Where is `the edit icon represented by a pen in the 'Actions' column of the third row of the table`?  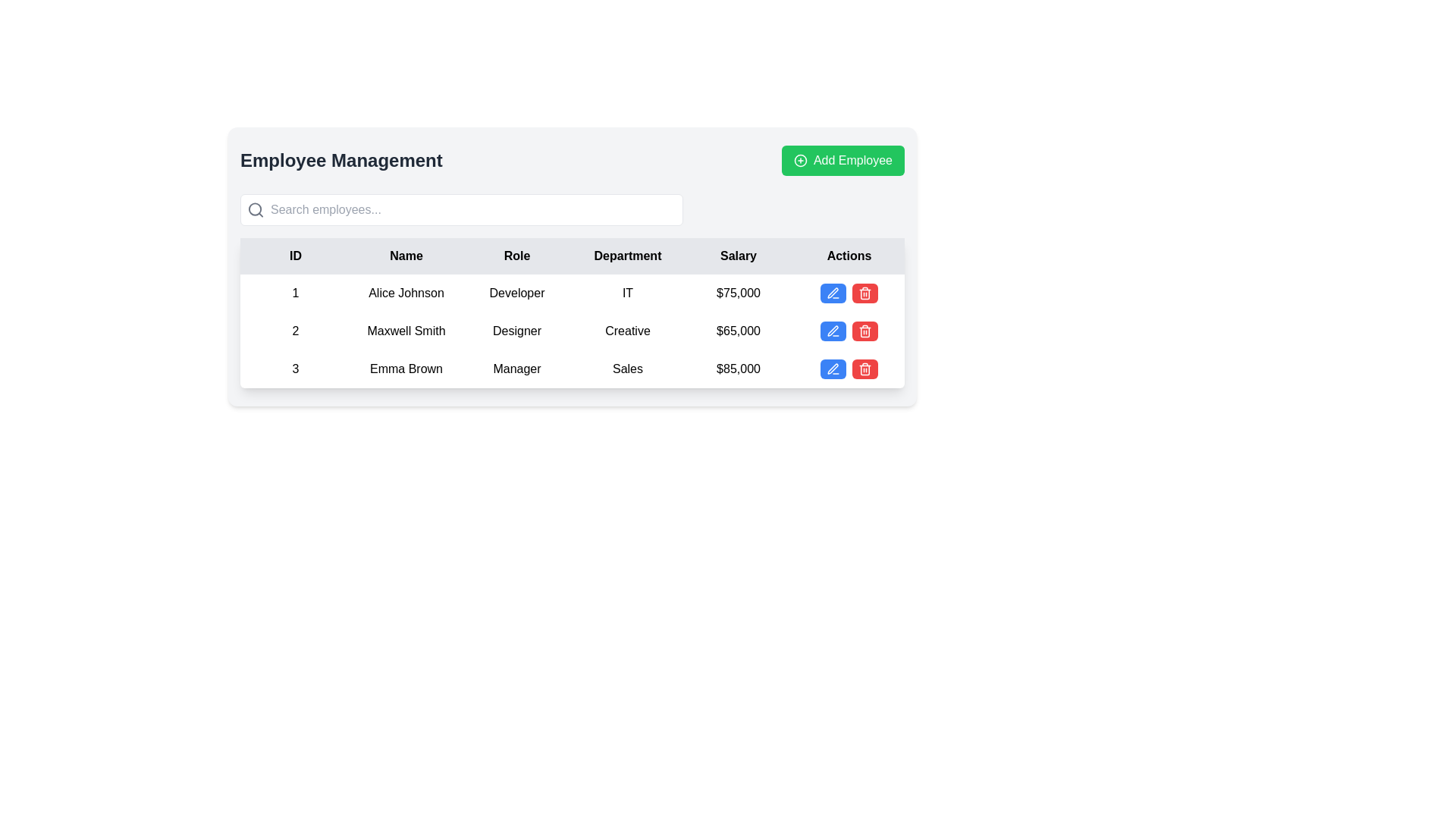 the edit icon represented by a pen in the 'Actions' column of the third row of the table is located at coordinates (832, 293).